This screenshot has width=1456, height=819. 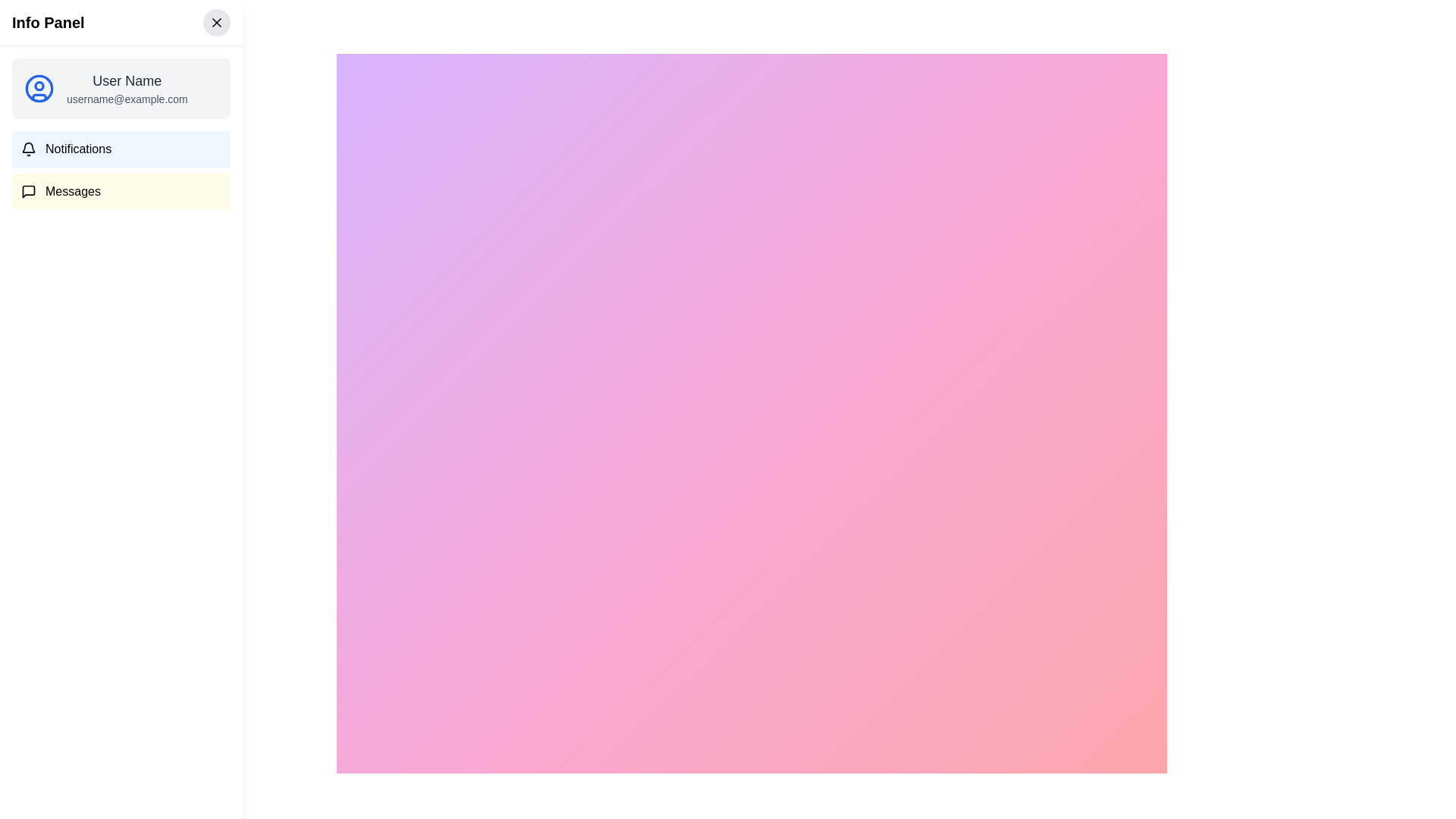 What do you see at coordinates (120, 88) in the screenshot?
I see `the user info card displaying the username and email address located` at bounding box center [120, 88].